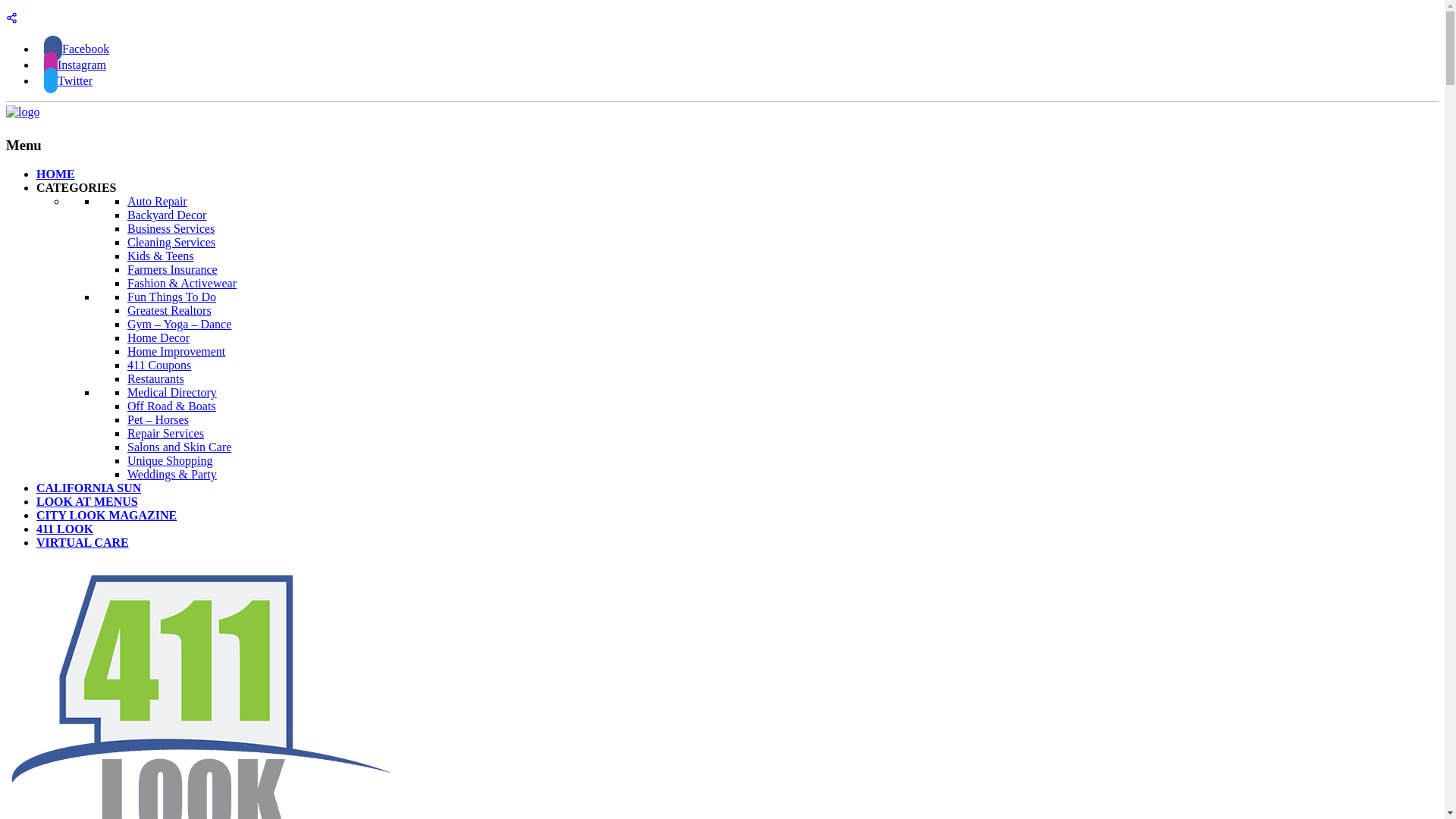 The width and height of the screenshot is (1456, 819). I want to click on 'Auto Repair', so click(157, 200).